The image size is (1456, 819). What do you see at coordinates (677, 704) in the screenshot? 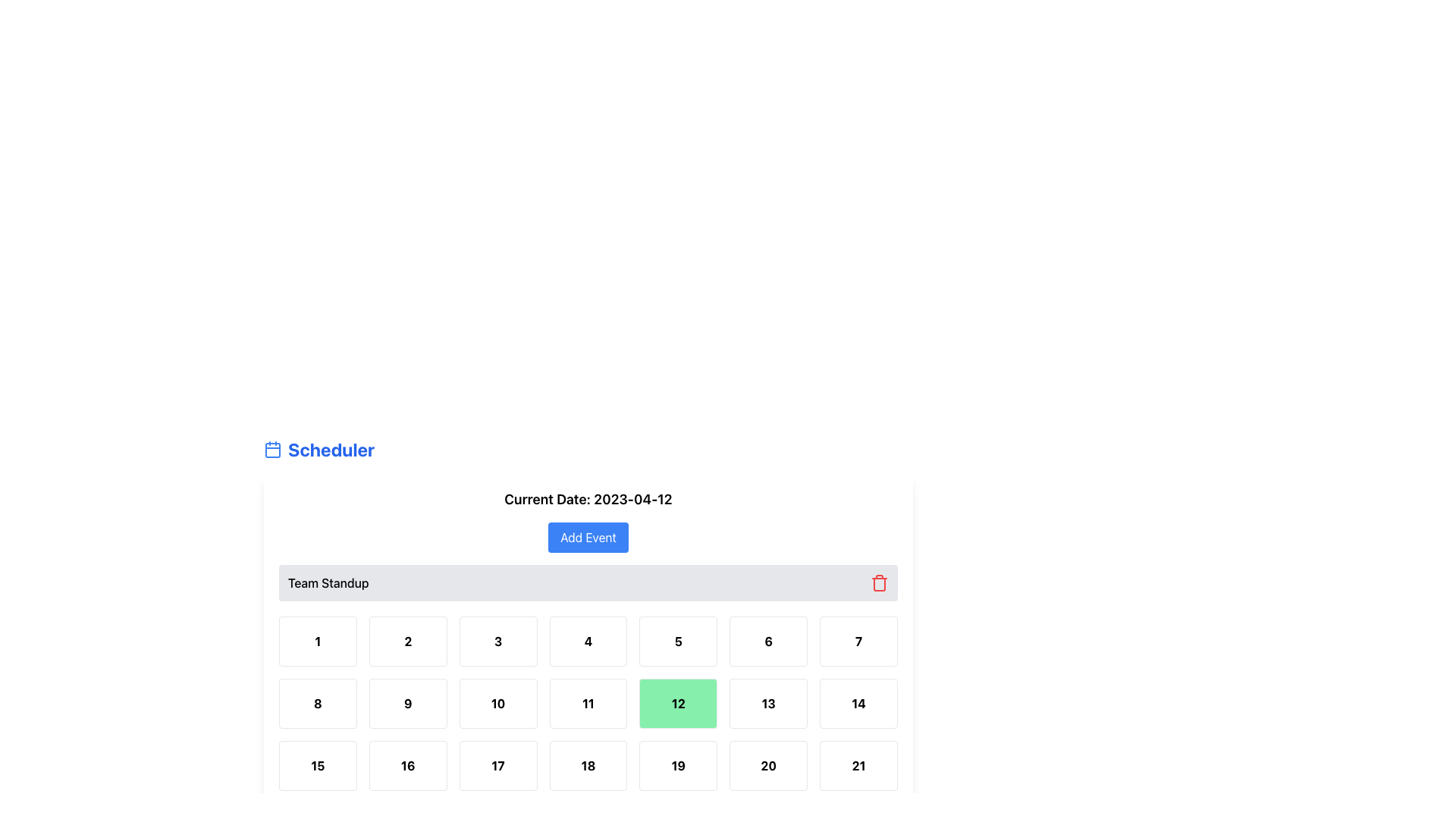
I see `to select or activate the twelfth item in the calendar grid located in the second row, fifth column` at bounding box center [677, 704].